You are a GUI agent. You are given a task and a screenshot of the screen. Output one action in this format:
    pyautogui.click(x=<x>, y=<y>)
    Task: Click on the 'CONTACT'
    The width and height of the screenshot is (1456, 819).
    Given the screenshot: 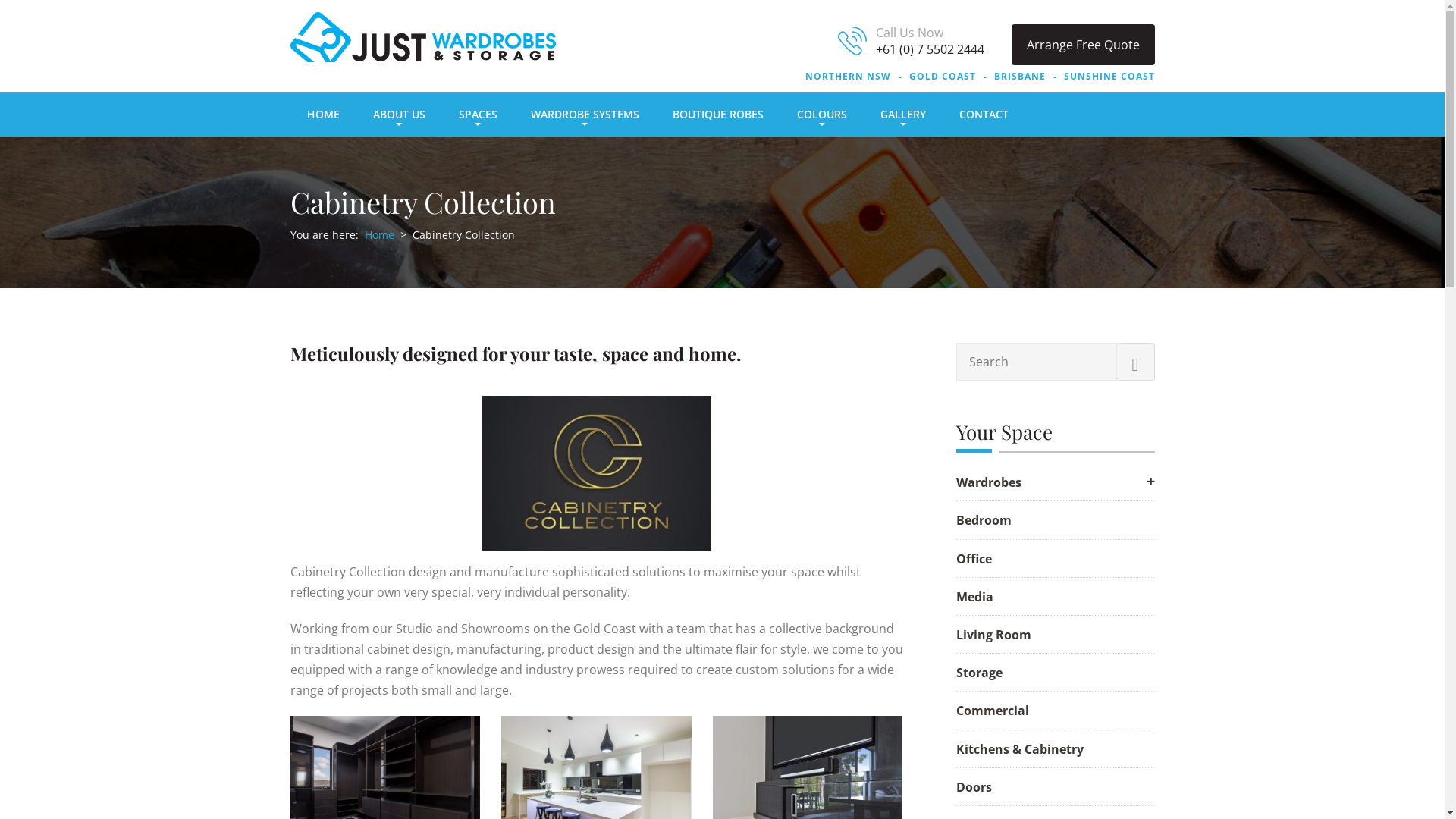 What is the action you would take?
    pyautogui.click(x=983, y=113)
    